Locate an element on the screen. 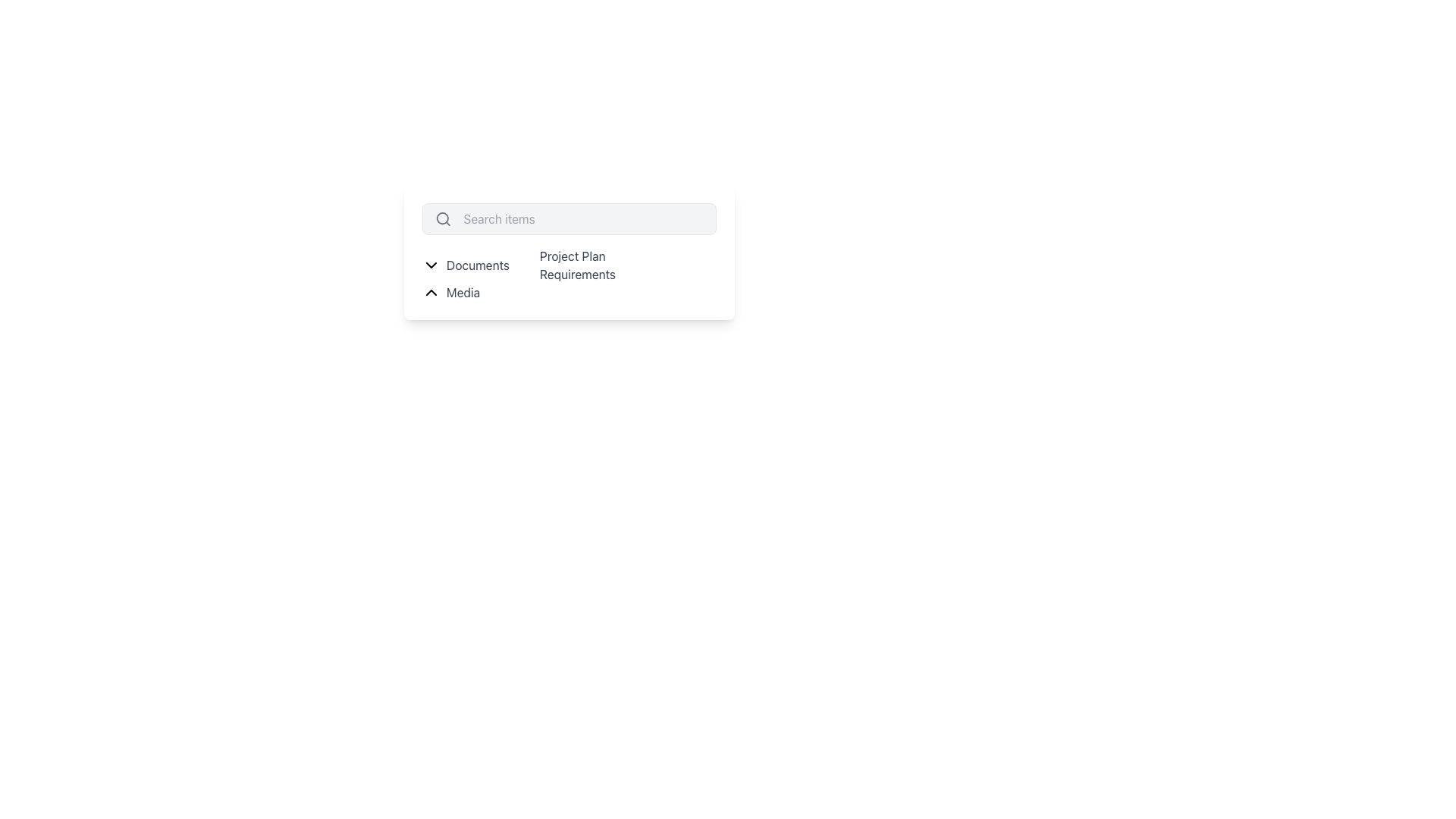 The height and width of the screenshot is (819, 1456). the text label in the navigation menu is located at coordinates (463, 292).